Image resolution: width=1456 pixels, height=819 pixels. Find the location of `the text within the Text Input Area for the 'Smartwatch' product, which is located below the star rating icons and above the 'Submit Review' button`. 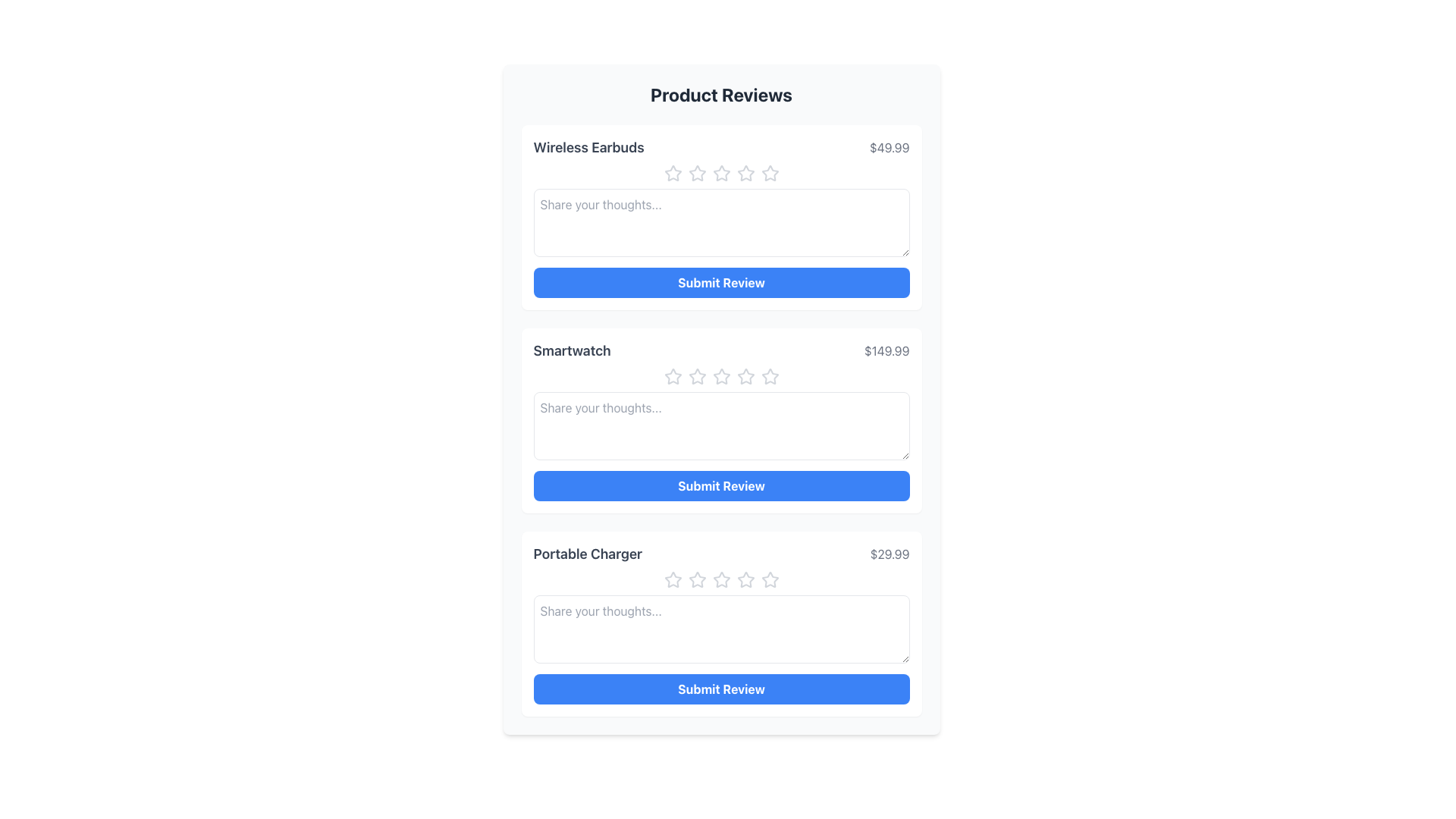

the text within the Text Input Area for the 'Smartwatch' product, which is located below the star rating icons and above the 'Submit Review' button is located at coordinates (720, 426).